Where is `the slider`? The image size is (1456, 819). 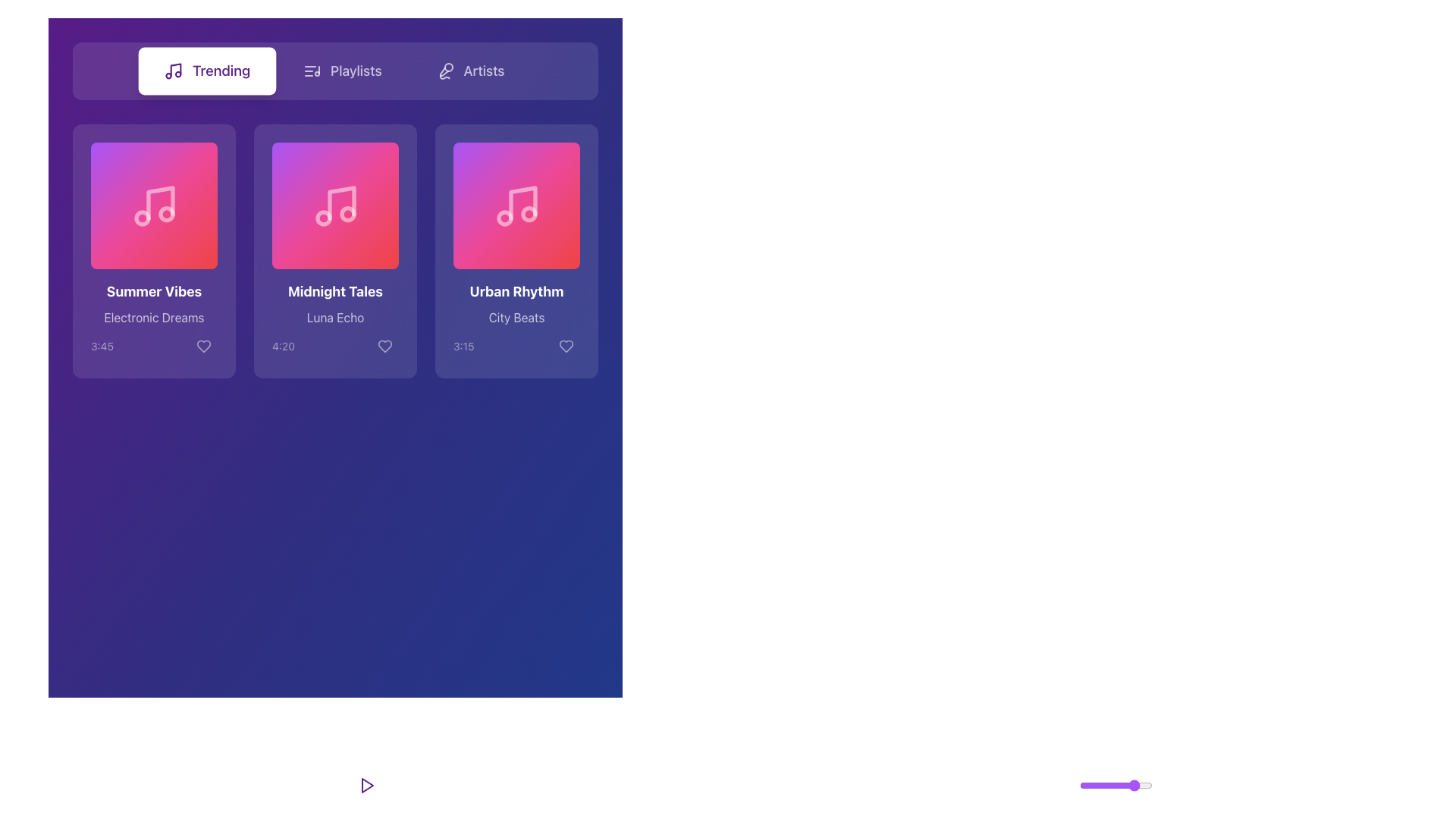
the slider is located at coordinates (1125, 785).